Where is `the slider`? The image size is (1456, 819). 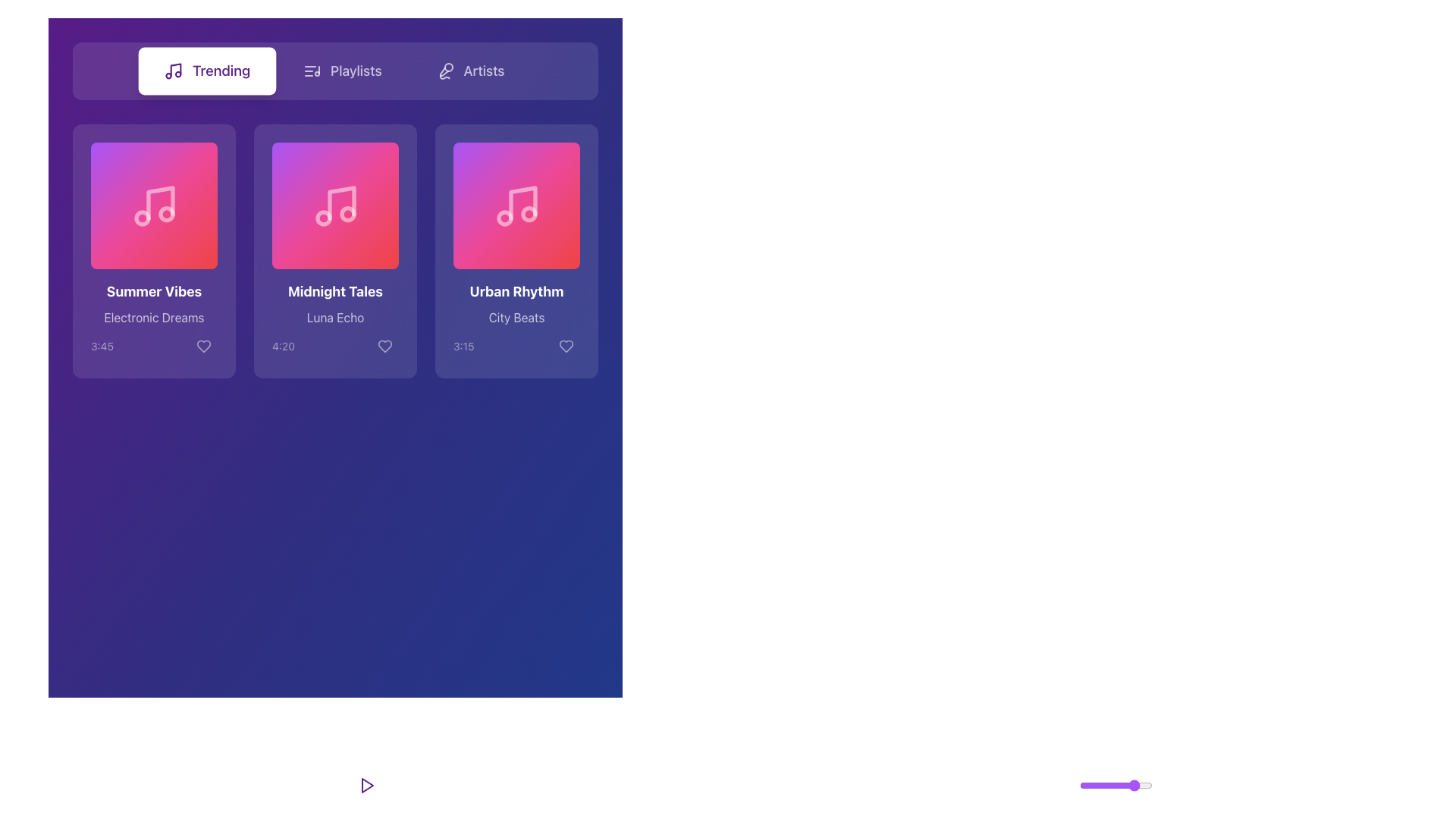
the slider is located at coordinates (1125, 785).